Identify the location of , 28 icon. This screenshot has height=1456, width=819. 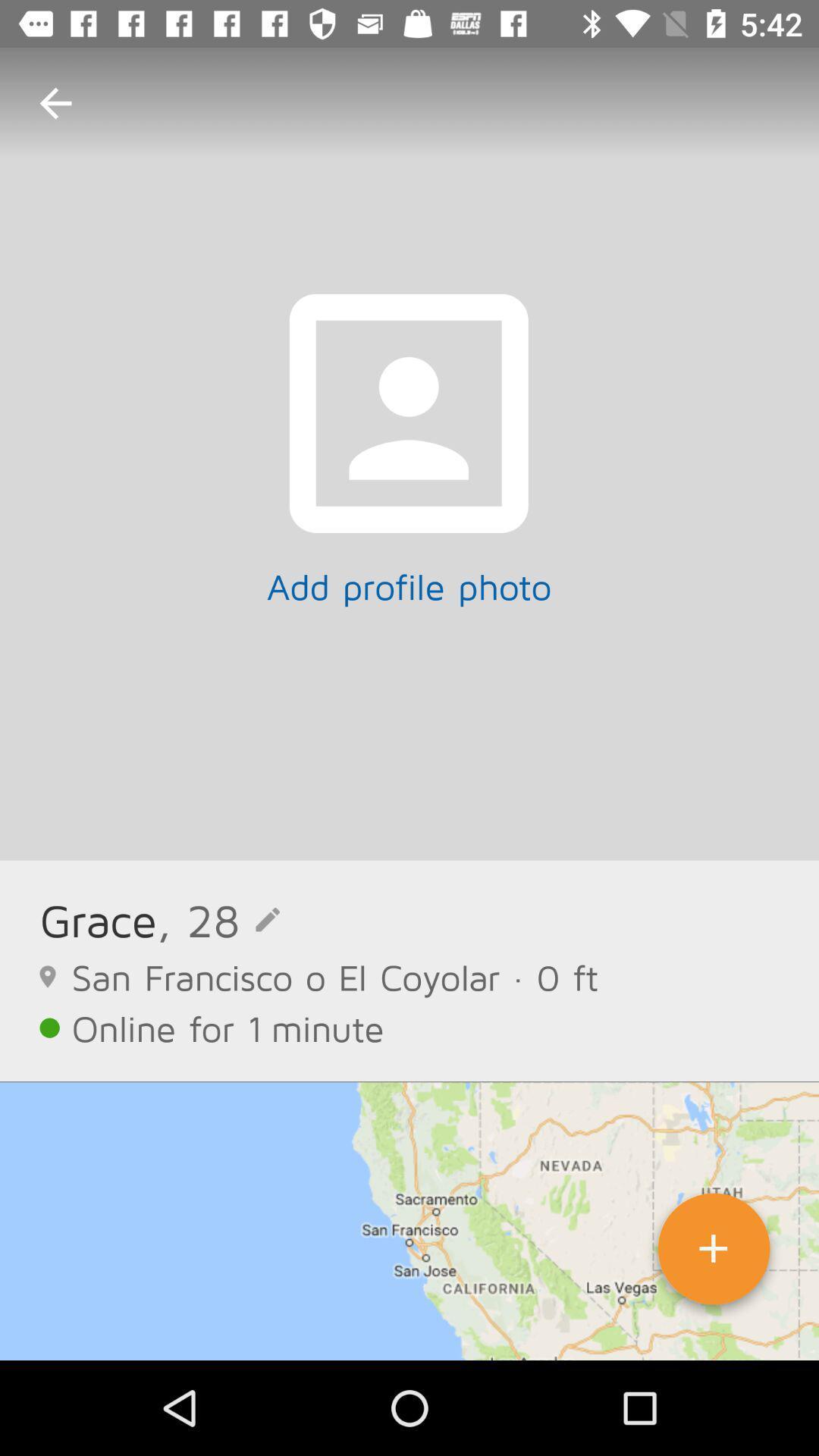
(218, 919).